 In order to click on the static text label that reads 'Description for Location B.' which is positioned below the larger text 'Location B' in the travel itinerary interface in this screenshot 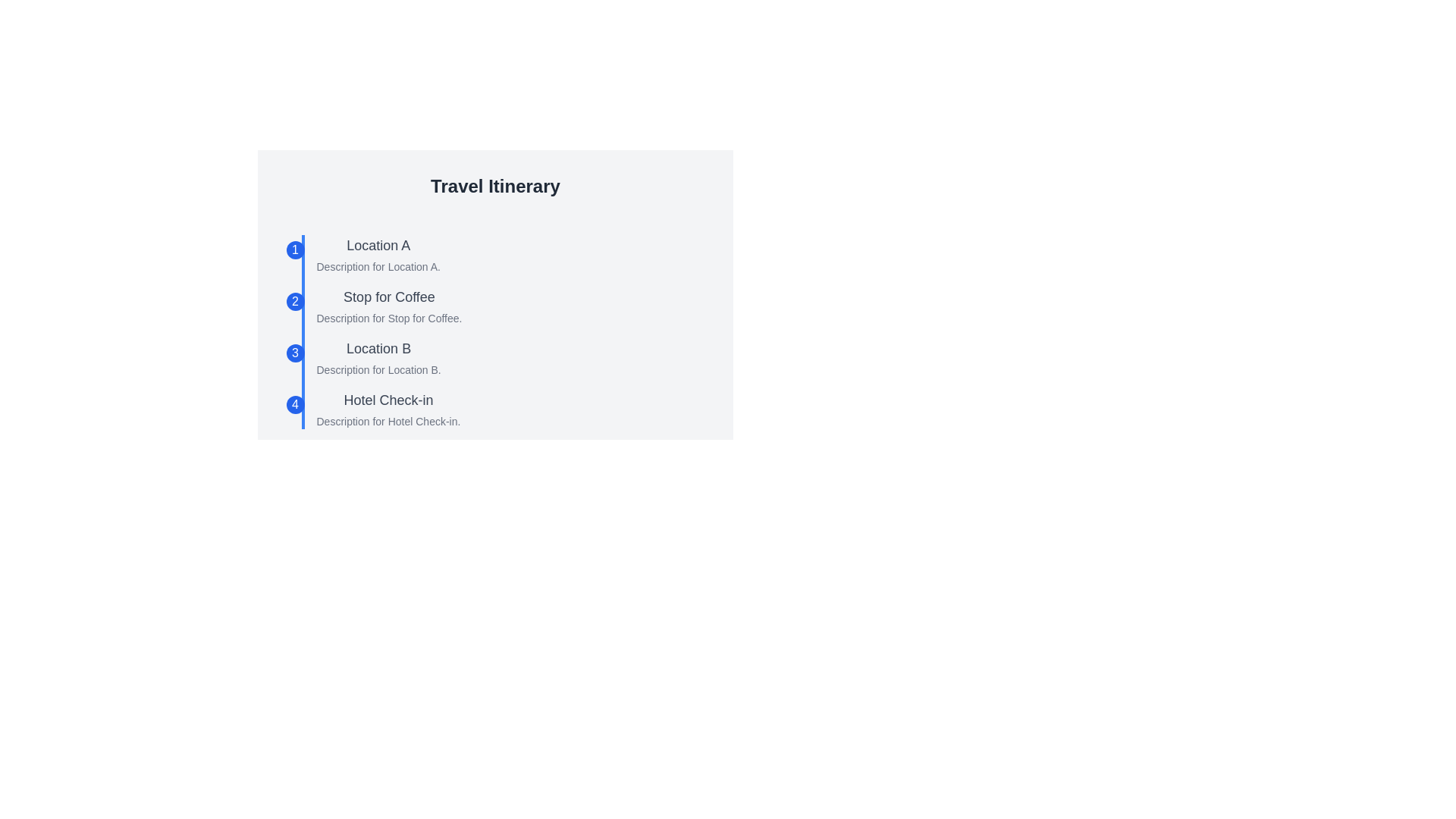, I will do `click(378, 370)`.